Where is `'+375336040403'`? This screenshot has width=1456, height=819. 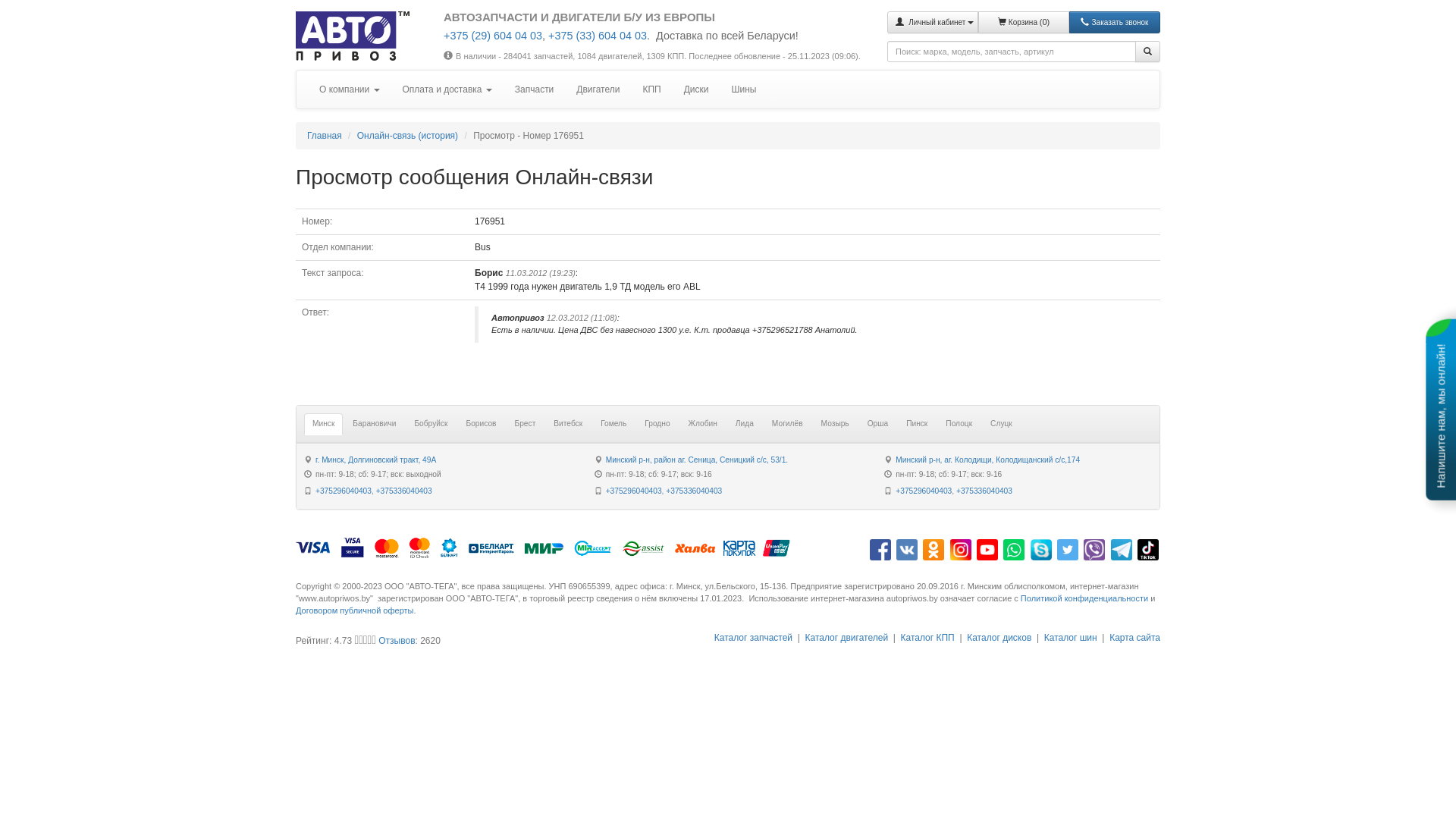
'+375336040403' is located at coordinates (666, 491).